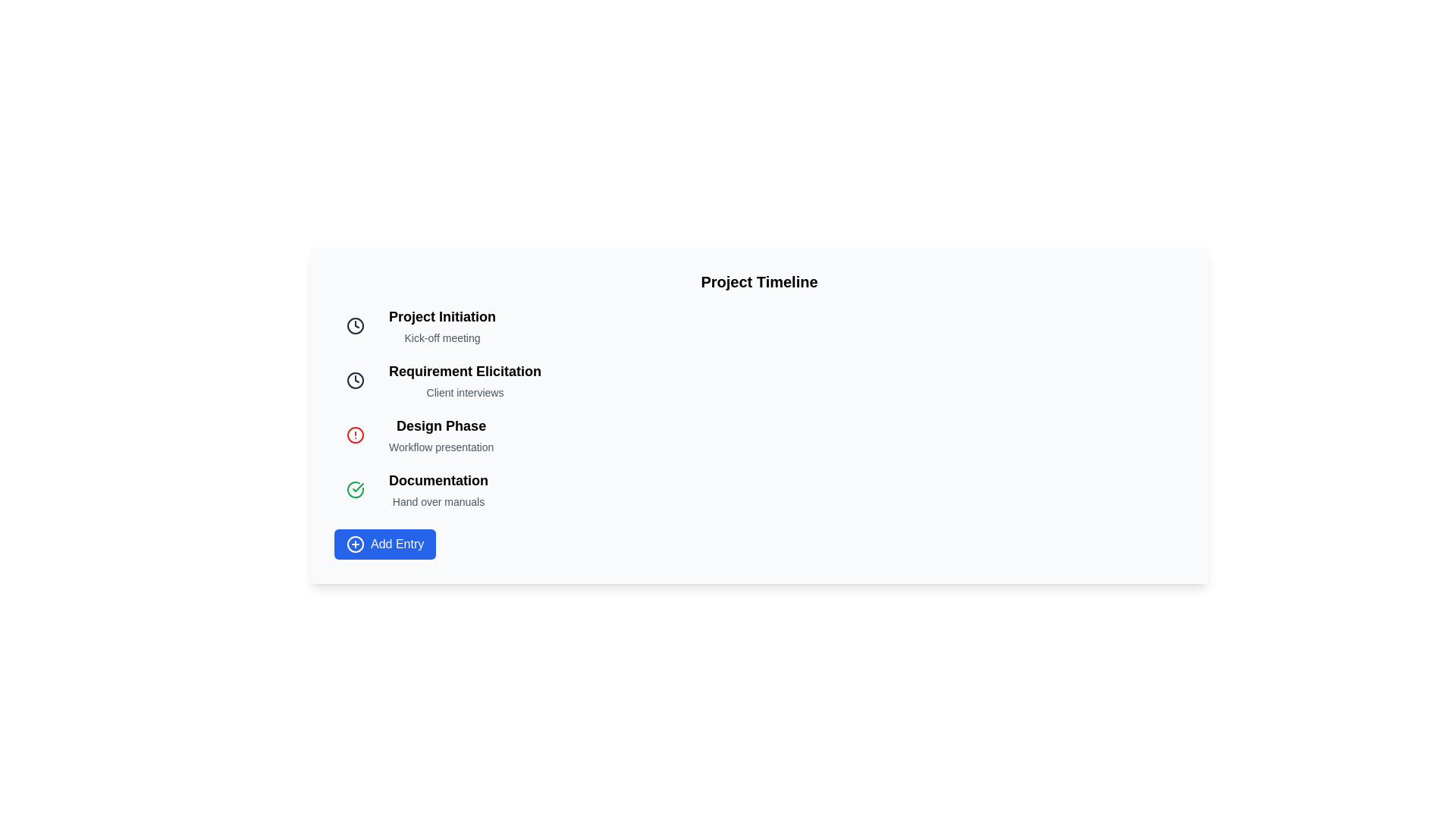  Describe the element at coordinates (355, 543) in the screenshot. I see `the interactive button labeled 'Add Entry' that contains a prominent white circle graphic on a blue background` at that location.